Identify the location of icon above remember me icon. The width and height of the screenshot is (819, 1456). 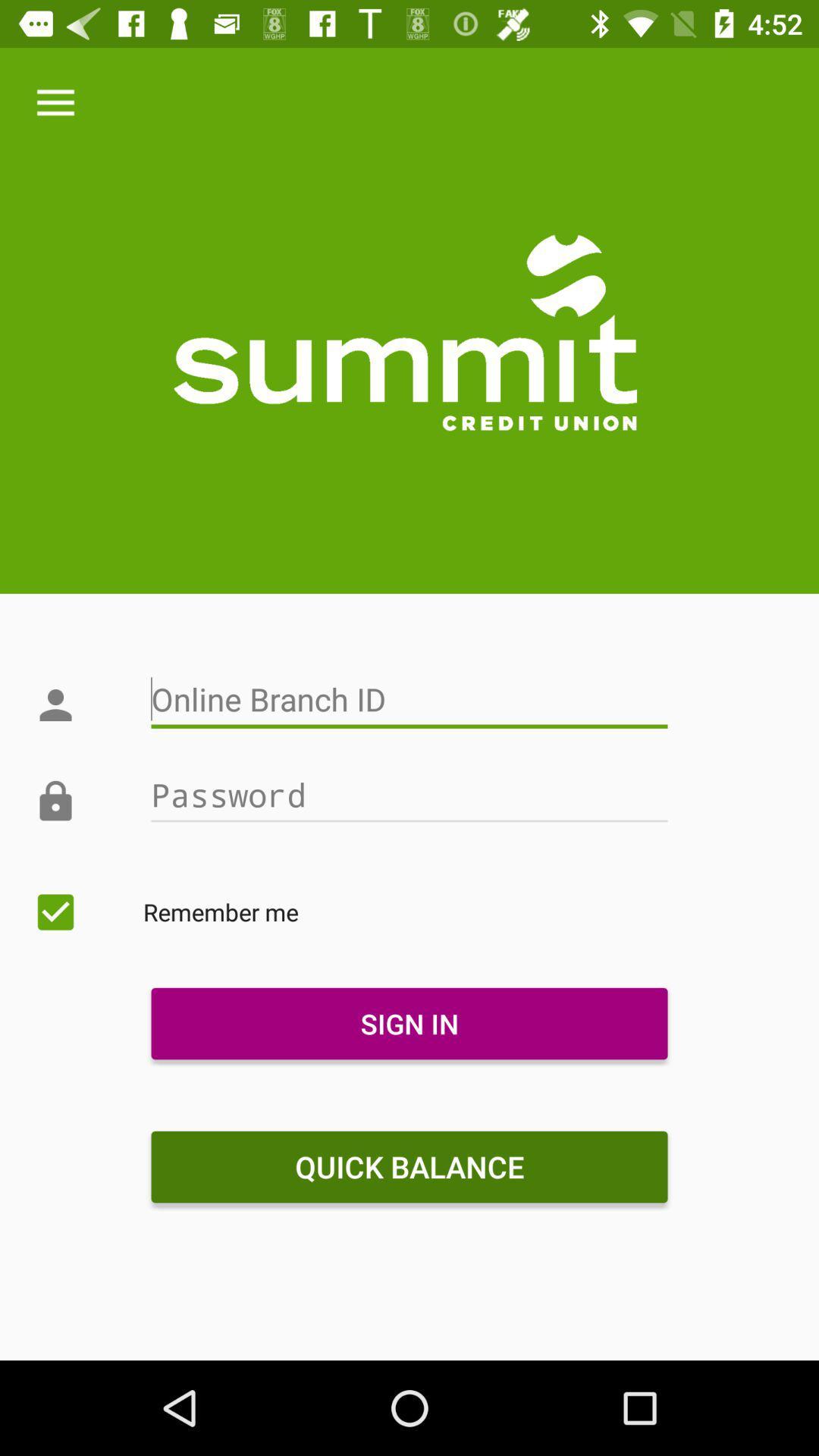
(409, 794).